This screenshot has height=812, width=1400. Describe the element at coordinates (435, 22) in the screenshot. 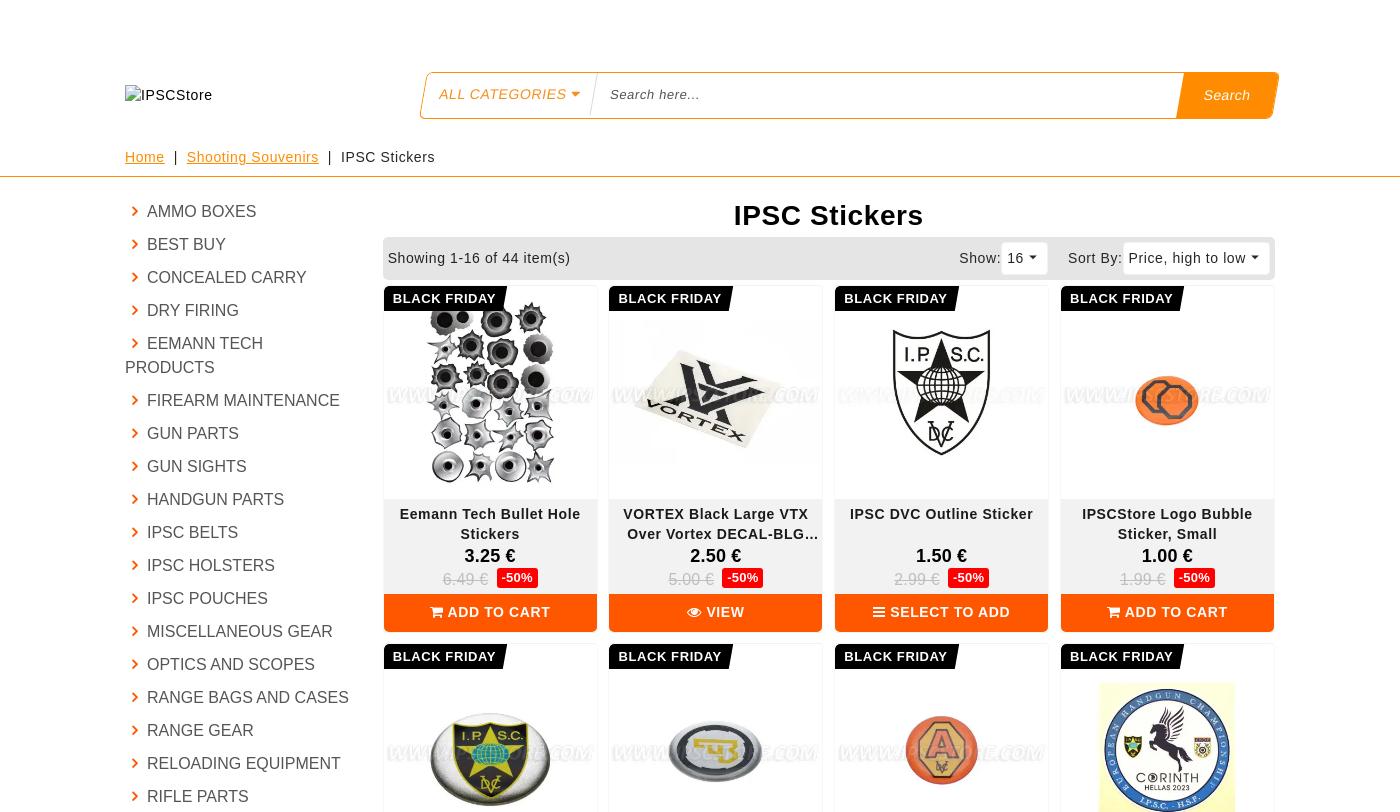

I see `'FAQ'` at that location.